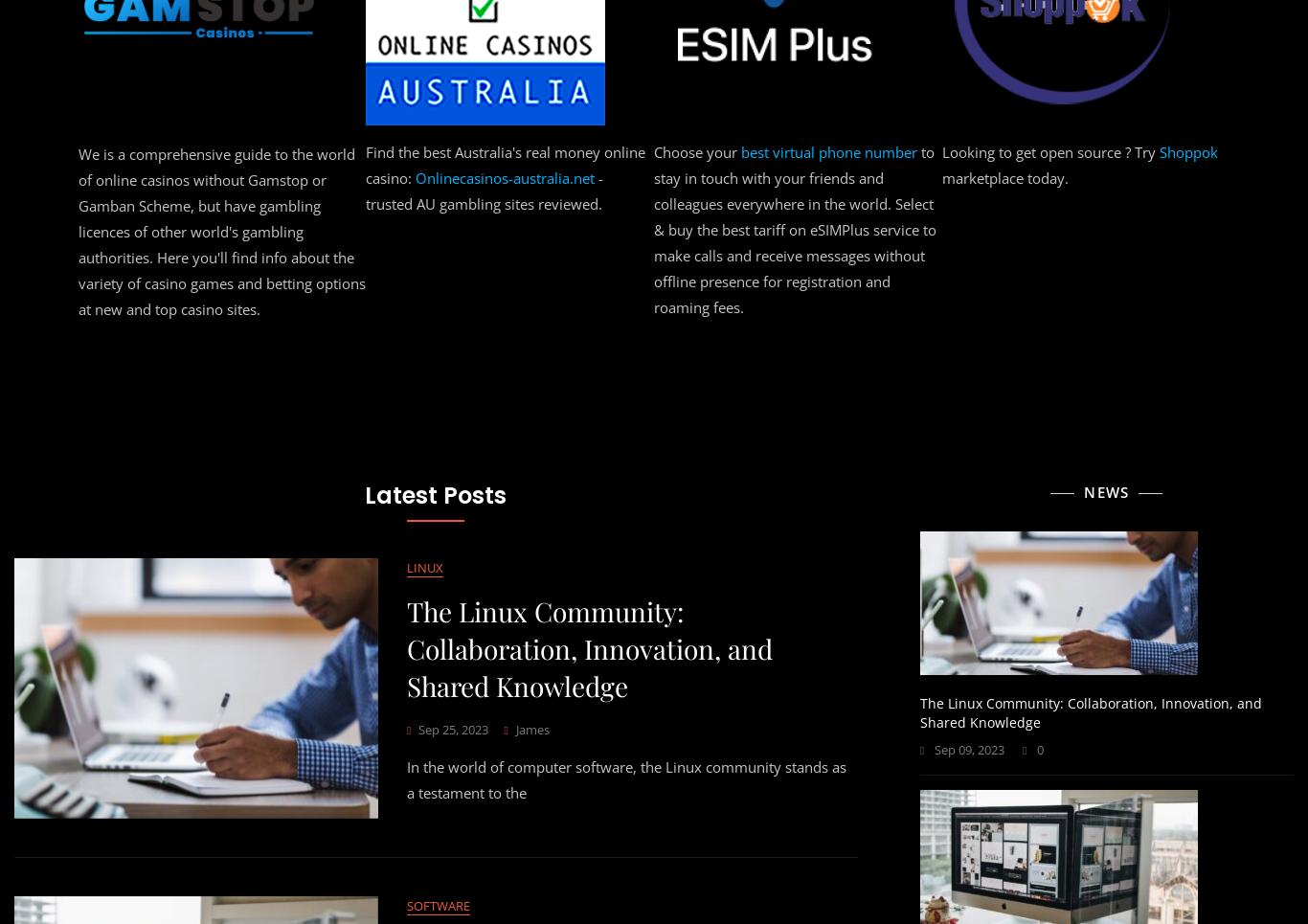 This screenshot has width=1308, height=924. What do you see at coordinates (144, 151) in the screenshot?
I see `'nettcasino.com'` at bounding box center [144, 151].